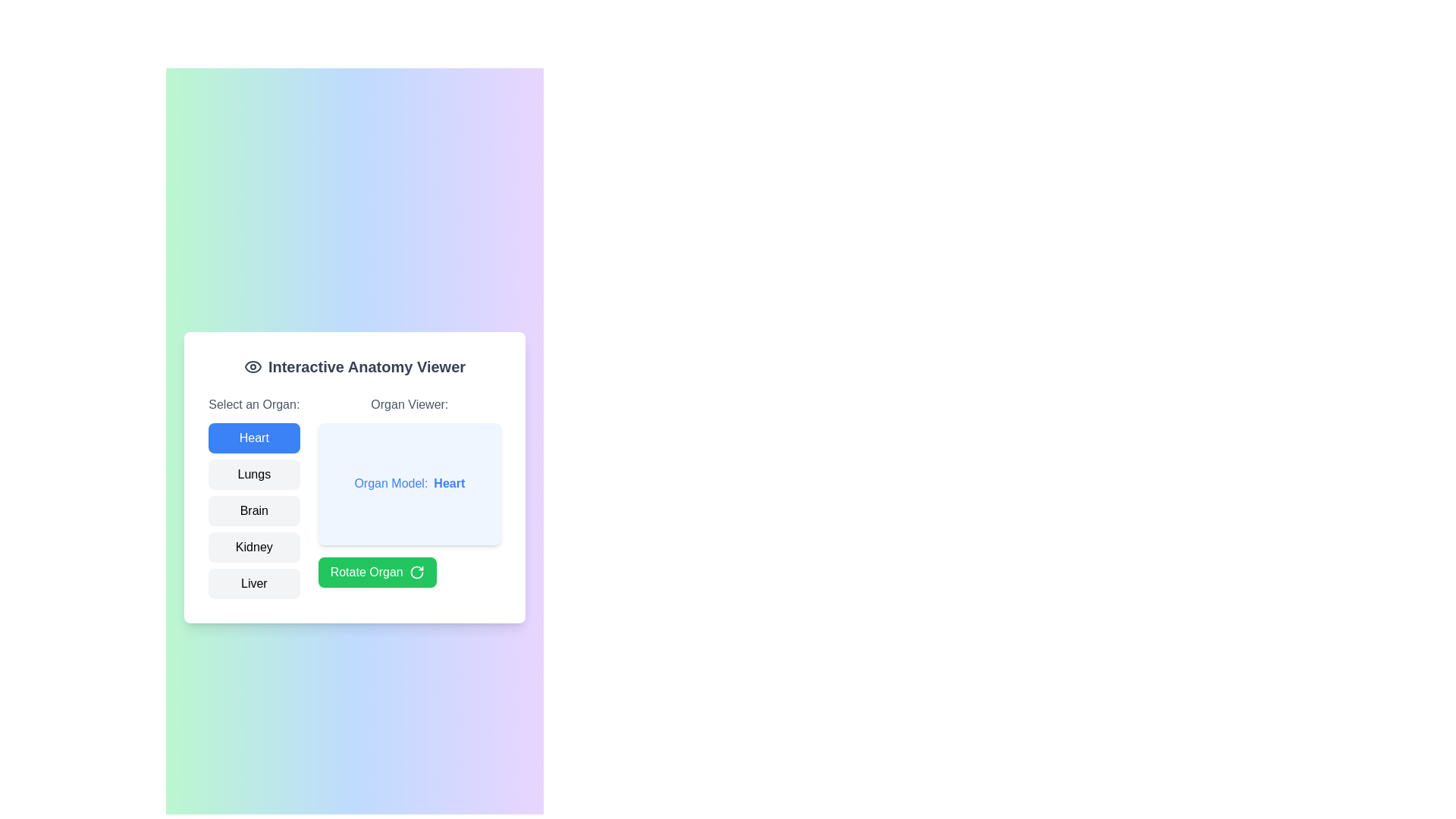  I want to click on the liver selection button, which is the fifth button in a vertical list below the Kidney button, to trigger hover effects, so click(254, 583).